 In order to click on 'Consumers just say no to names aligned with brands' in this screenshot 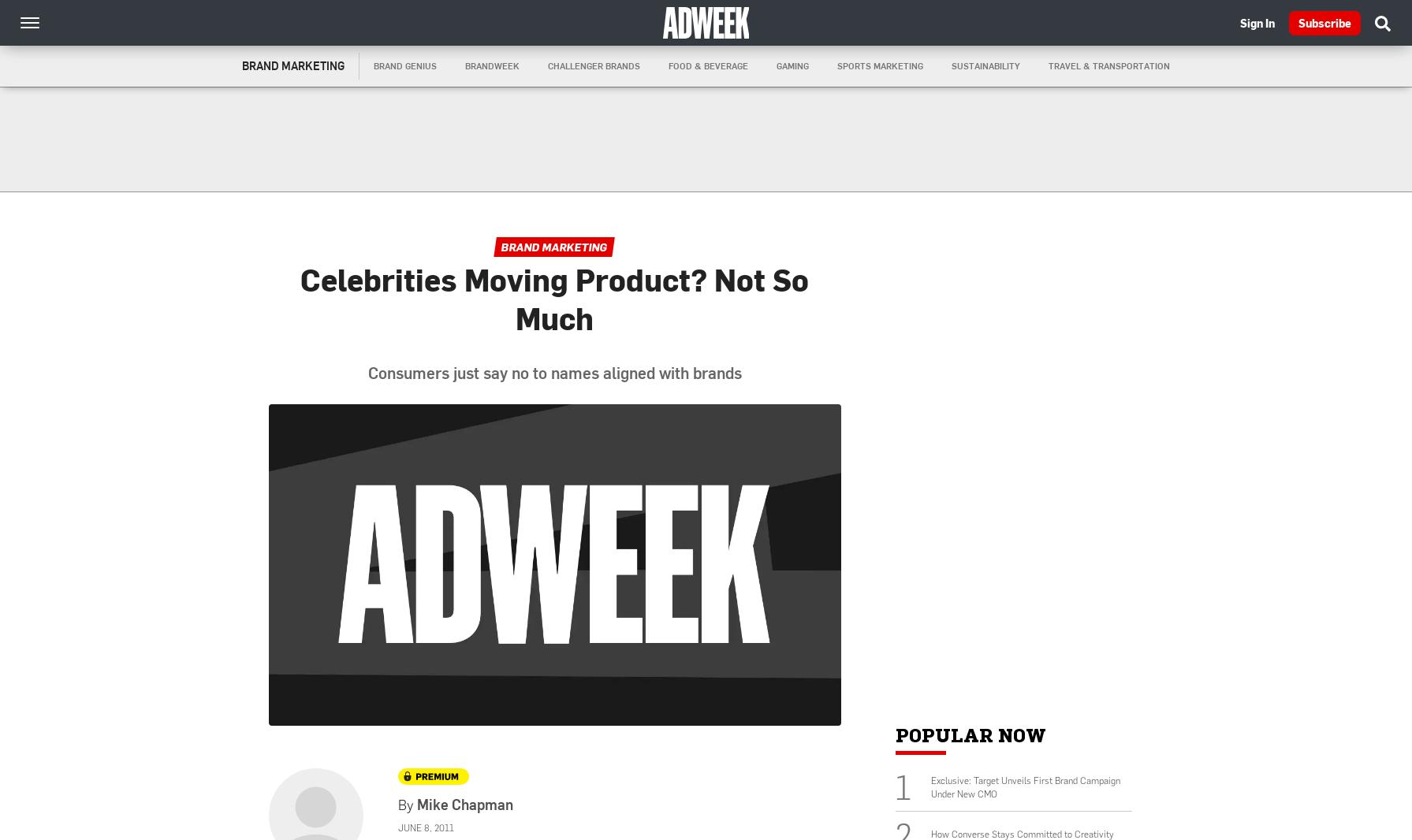, I will do `click(553, 372)`.